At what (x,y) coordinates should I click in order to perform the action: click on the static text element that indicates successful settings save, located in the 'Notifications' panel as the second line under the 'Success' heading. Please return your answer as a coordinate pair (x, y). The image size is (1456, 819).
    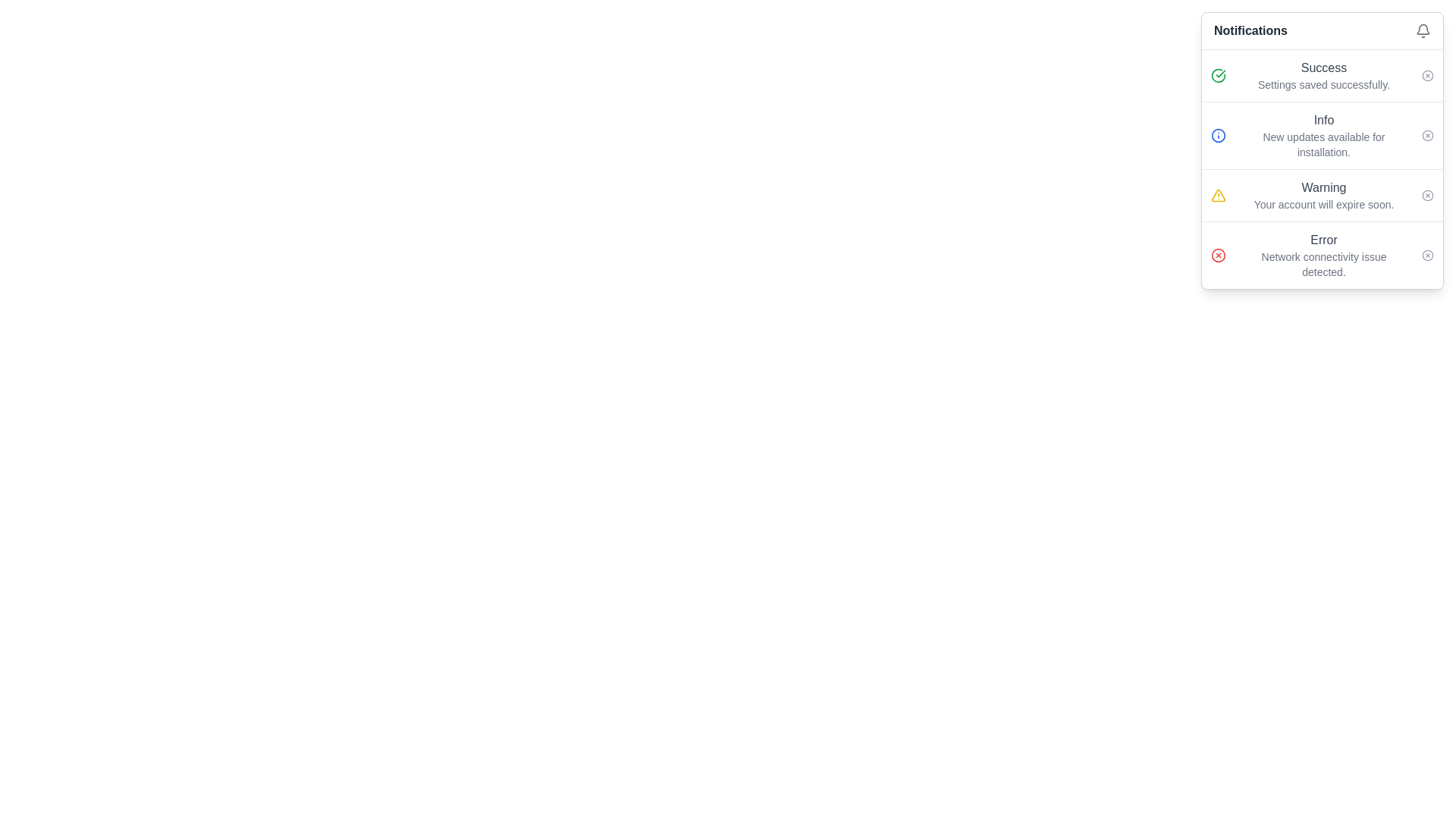
    Looking at the image, I should click on (1323, 84).